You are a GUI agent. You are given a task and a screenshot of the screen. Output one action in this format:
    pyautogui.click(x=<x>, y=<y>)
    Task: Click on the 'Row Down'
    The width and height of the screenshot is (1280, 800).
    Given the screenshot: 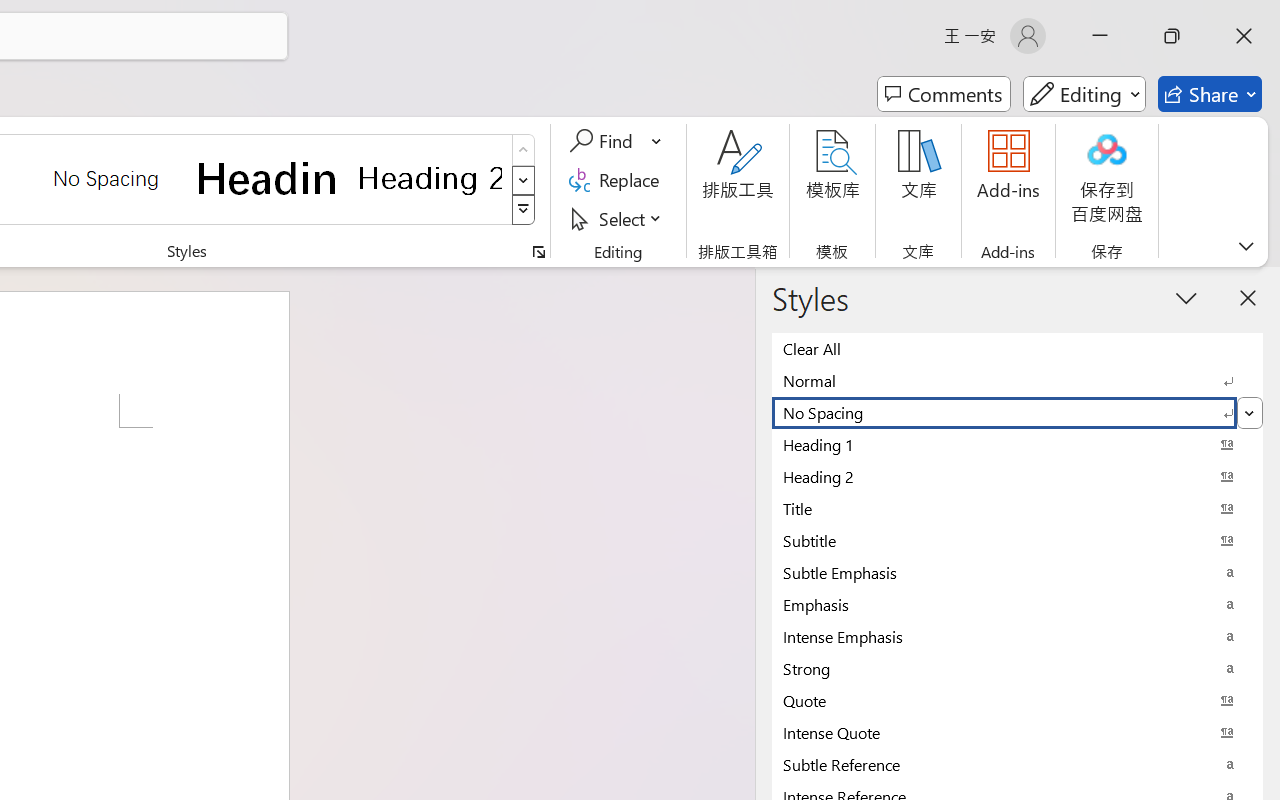 What is the action you would take?
    pyautogui.click(x=523, y=179)
    